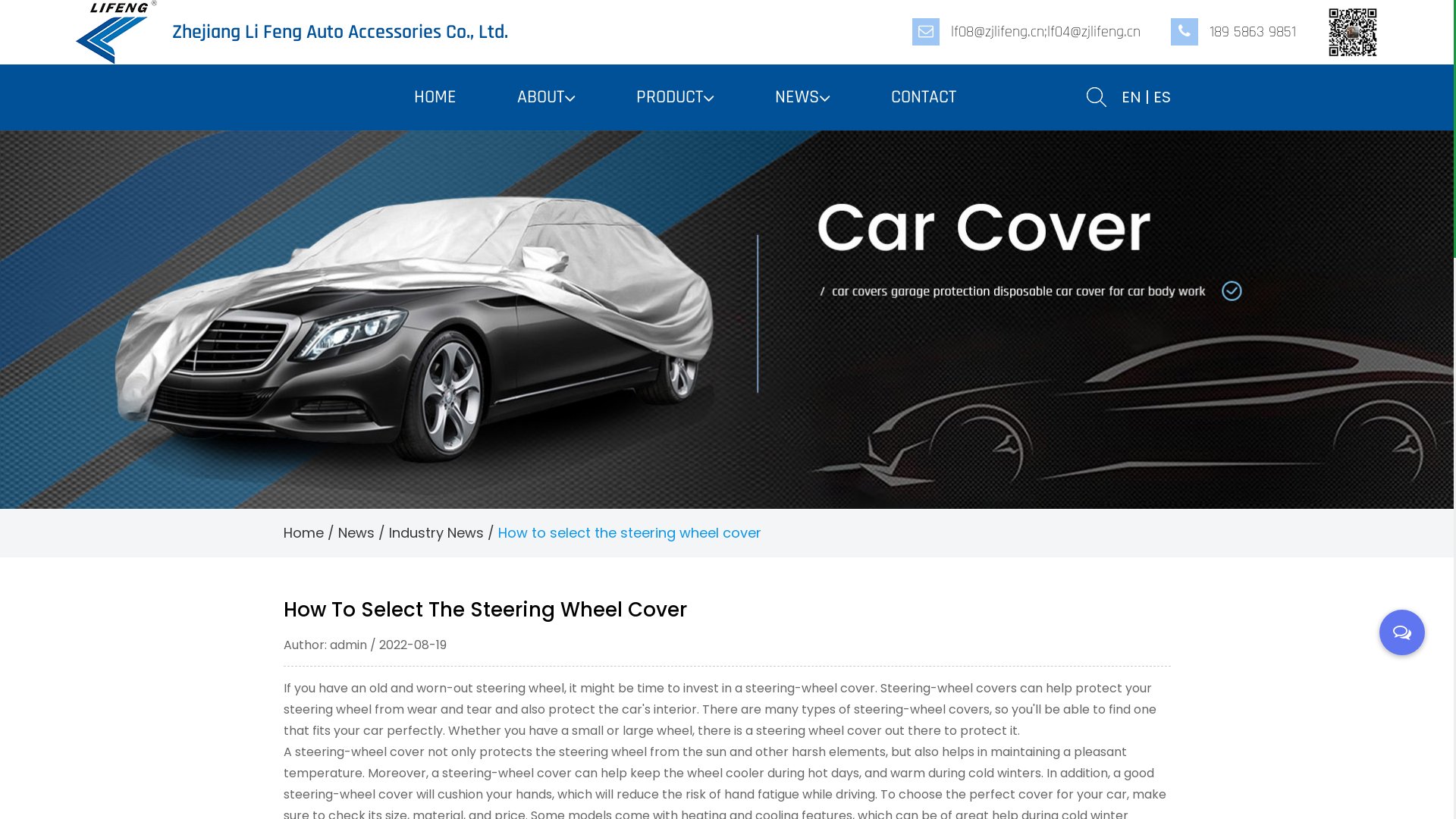 The height and width of the screenshot is (819, 1456). Describe the element at coordinates (546, 97) in the screenshot. I see `'ABOUT'` at that location.